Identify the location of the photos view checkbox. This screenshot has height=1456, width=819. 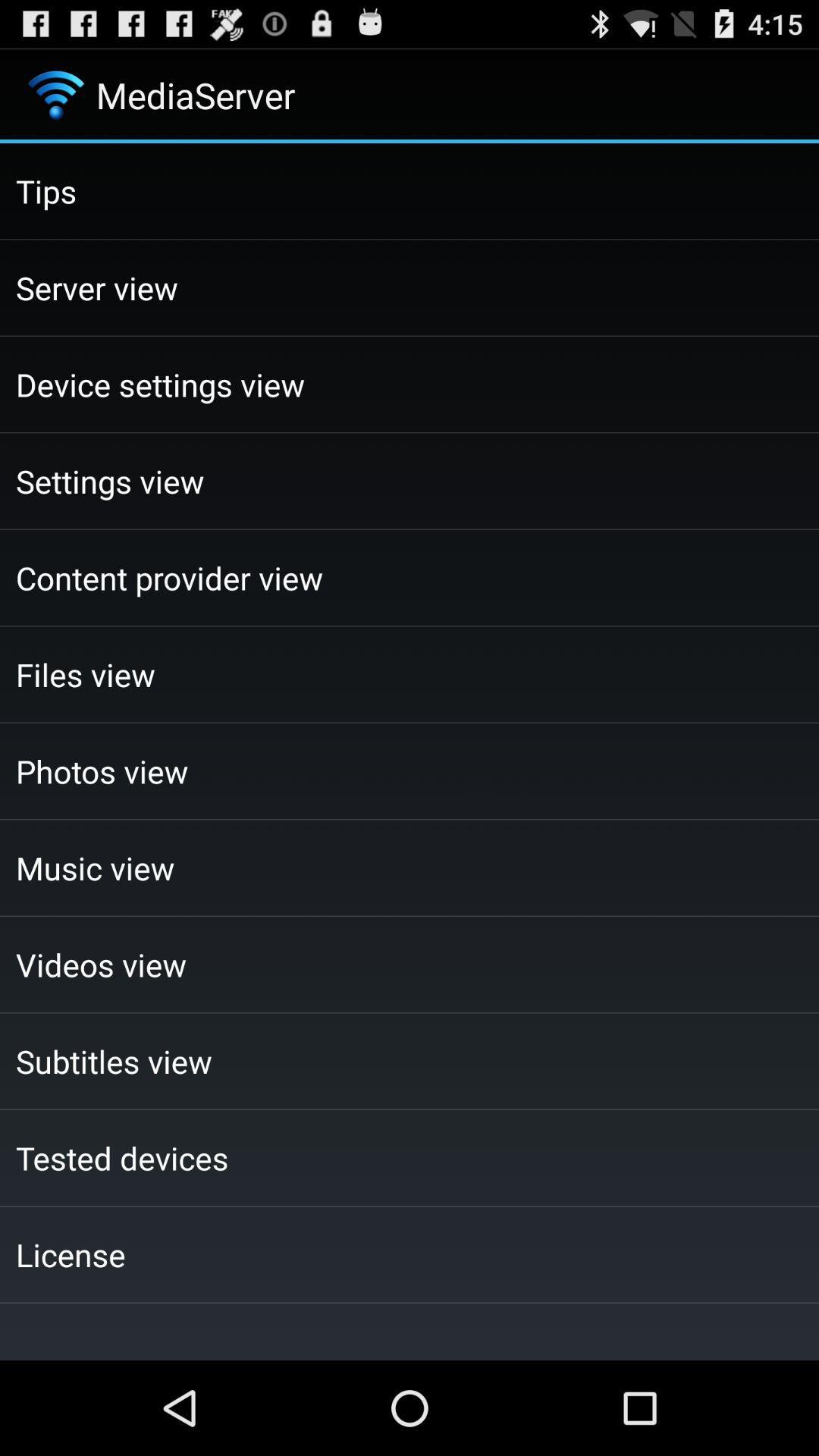
(409, 771).